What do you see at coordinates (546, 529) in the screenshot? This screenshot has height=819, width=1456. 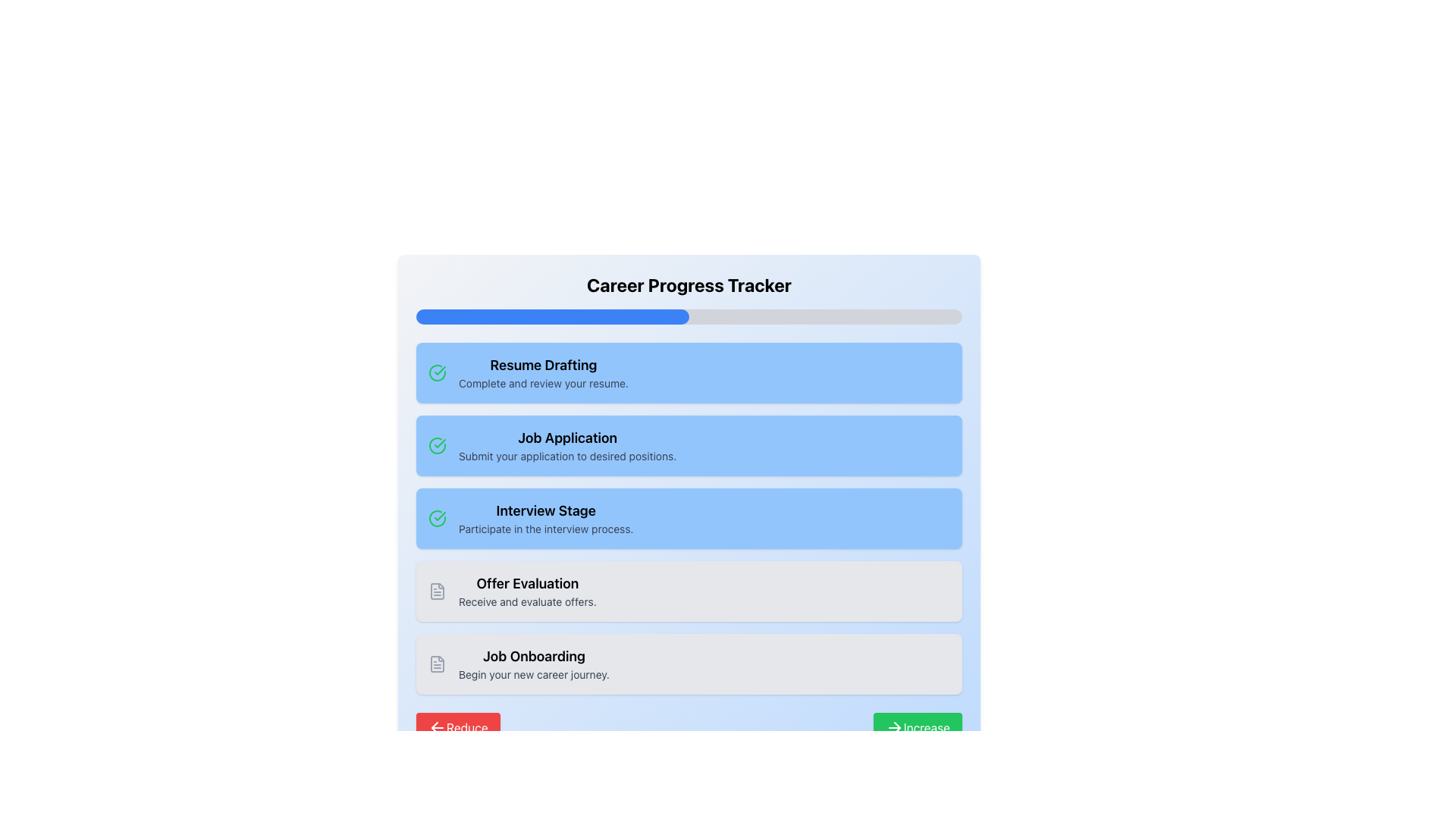 I see `the Text Label containing the text 'Participate in the interview process.' which is positioned below the 'Interview Stage' heading within a light blue box` at bounding box center [546, 529].